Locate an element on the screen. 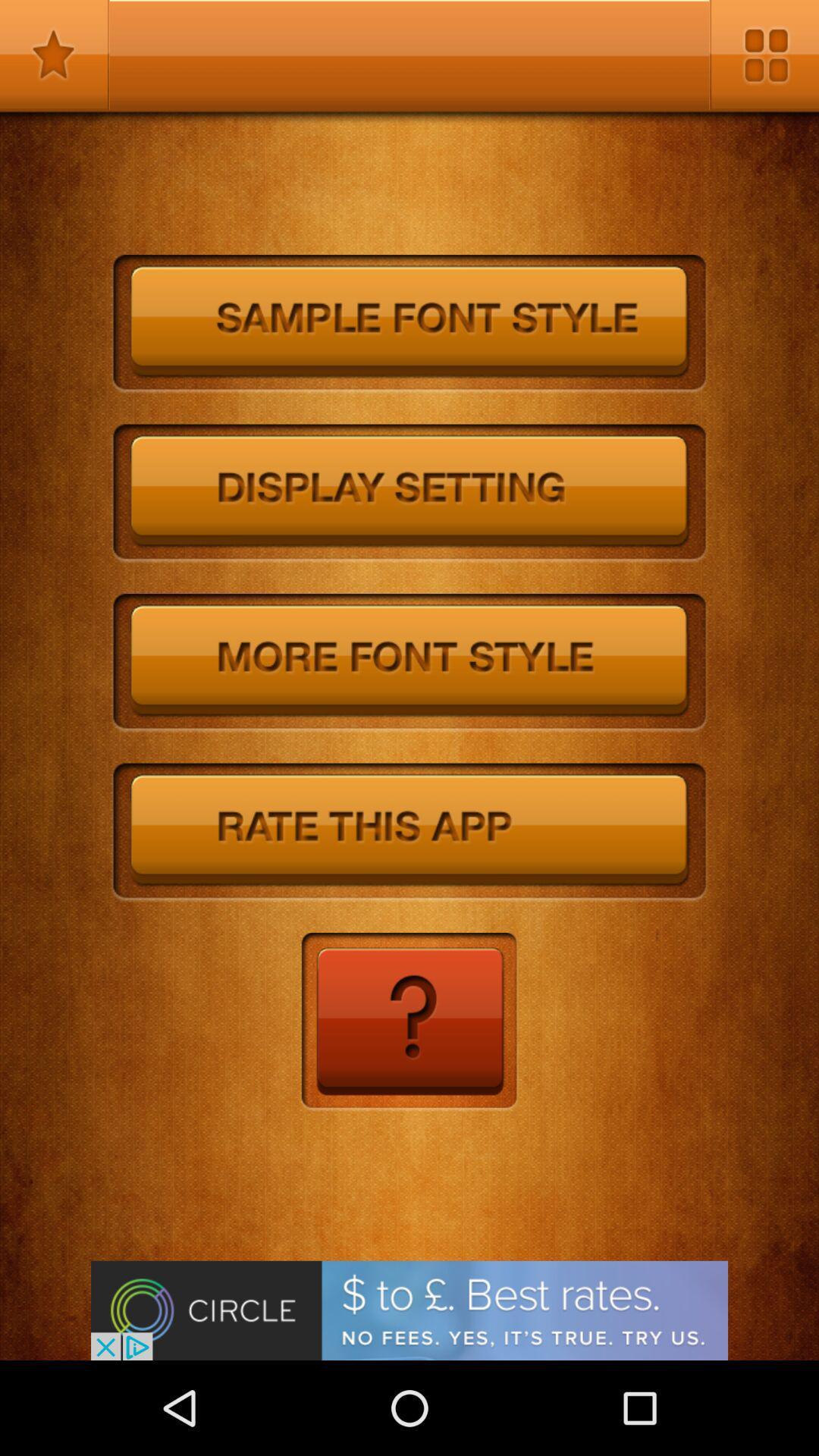 This screenshot has width=819, height=1456. main screen is located at coordinates (764, 55).